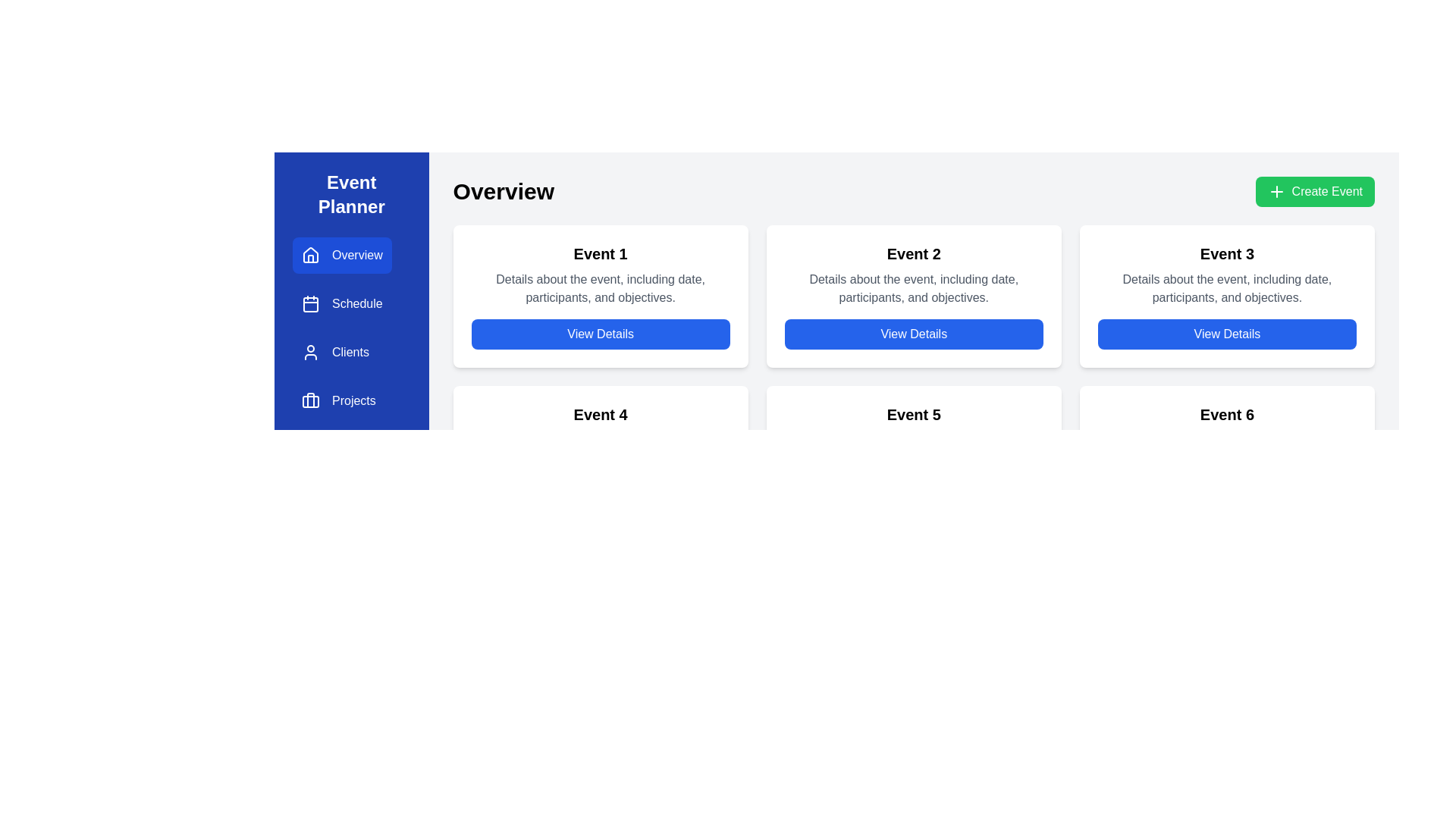  Describe the element at coordinates (600, 275) in the screenshot. I see `the 'Event 1' text block, which is a title and description pair located` at that location.